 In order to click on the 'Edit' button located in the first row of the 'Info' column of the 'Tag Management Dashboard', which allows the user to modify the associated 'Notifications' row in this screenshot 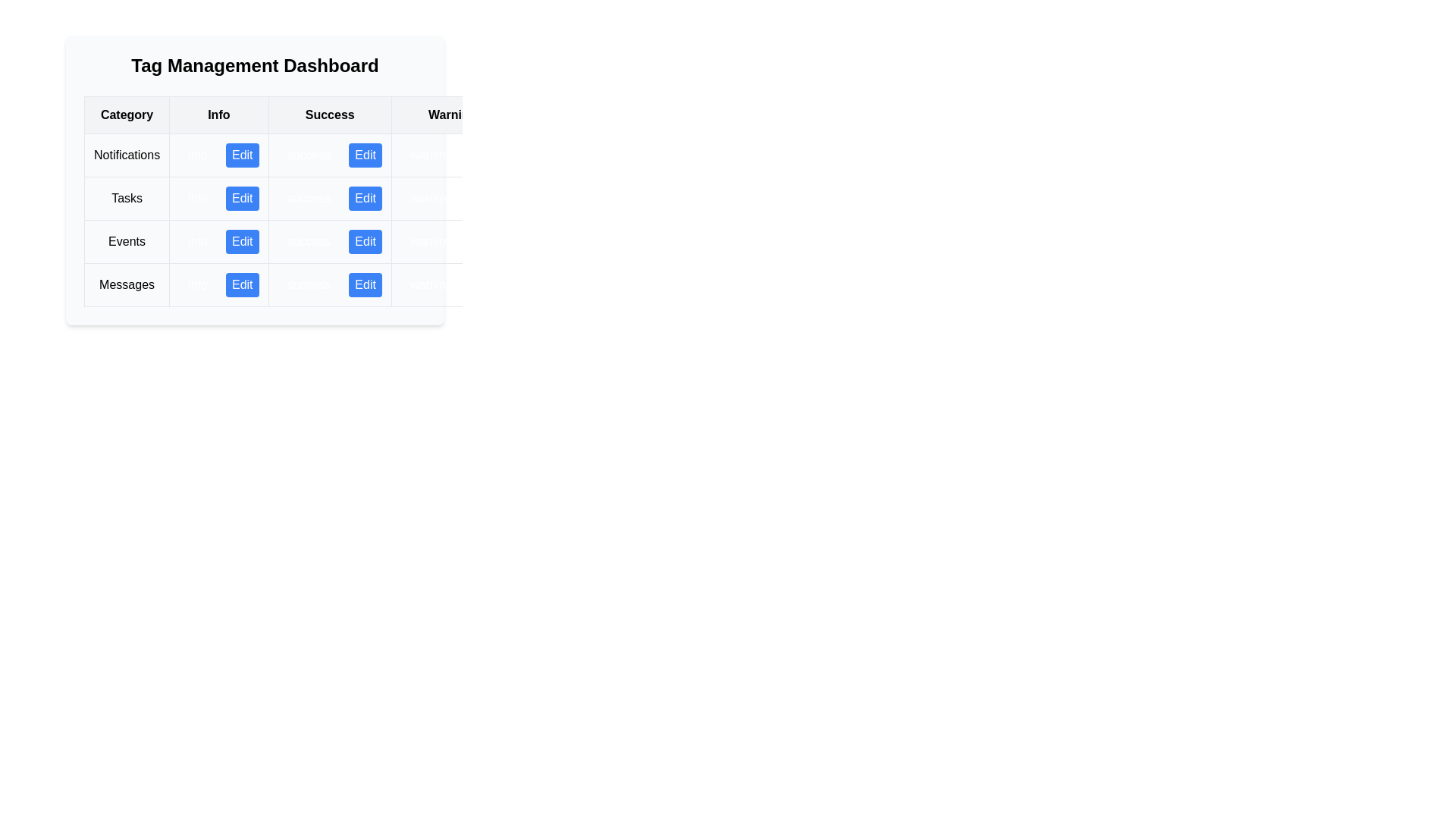, I will do `click(218, 155)`.